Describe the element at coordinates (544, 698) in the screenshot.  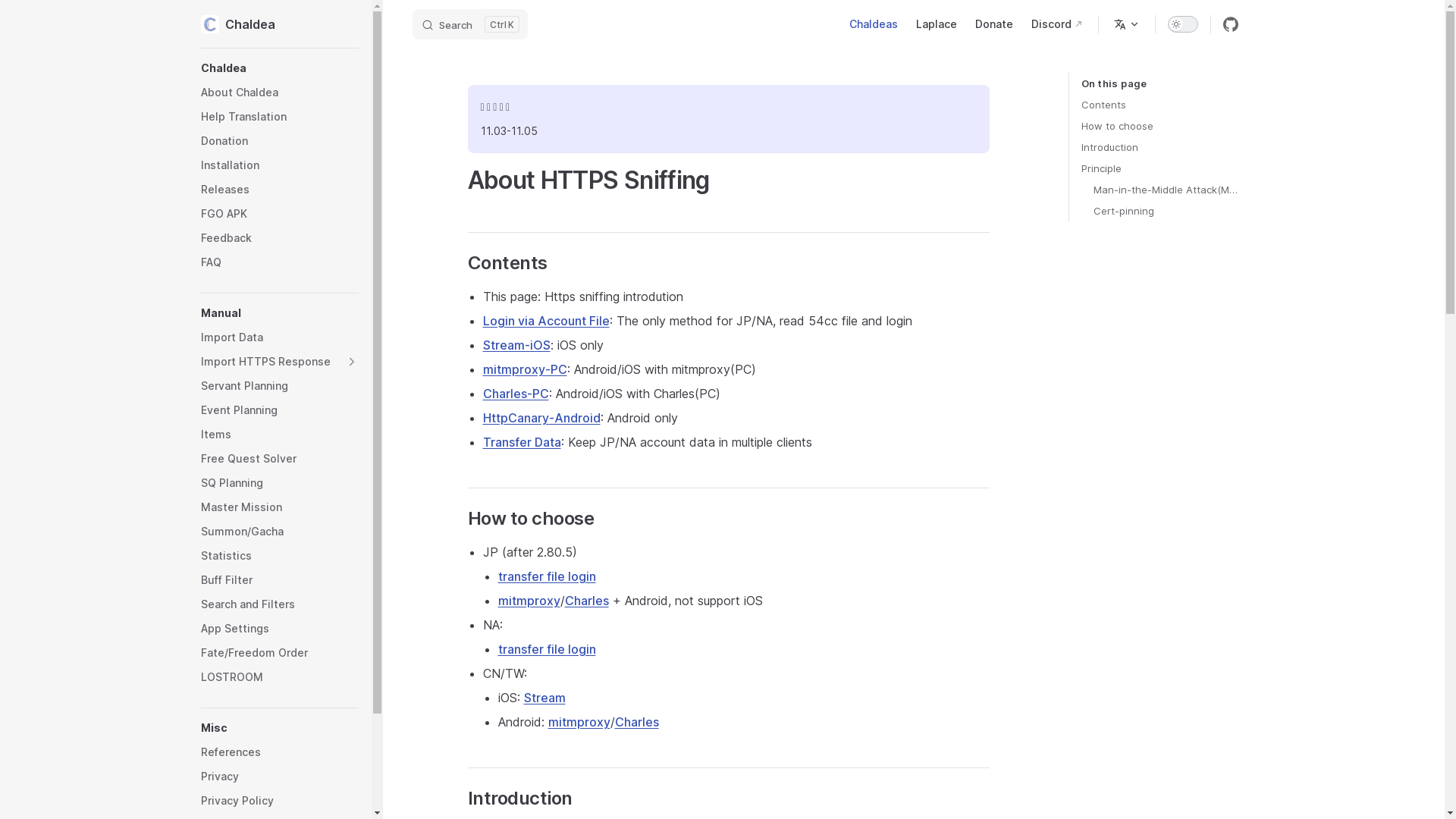
I see `'Stream'` at that location.